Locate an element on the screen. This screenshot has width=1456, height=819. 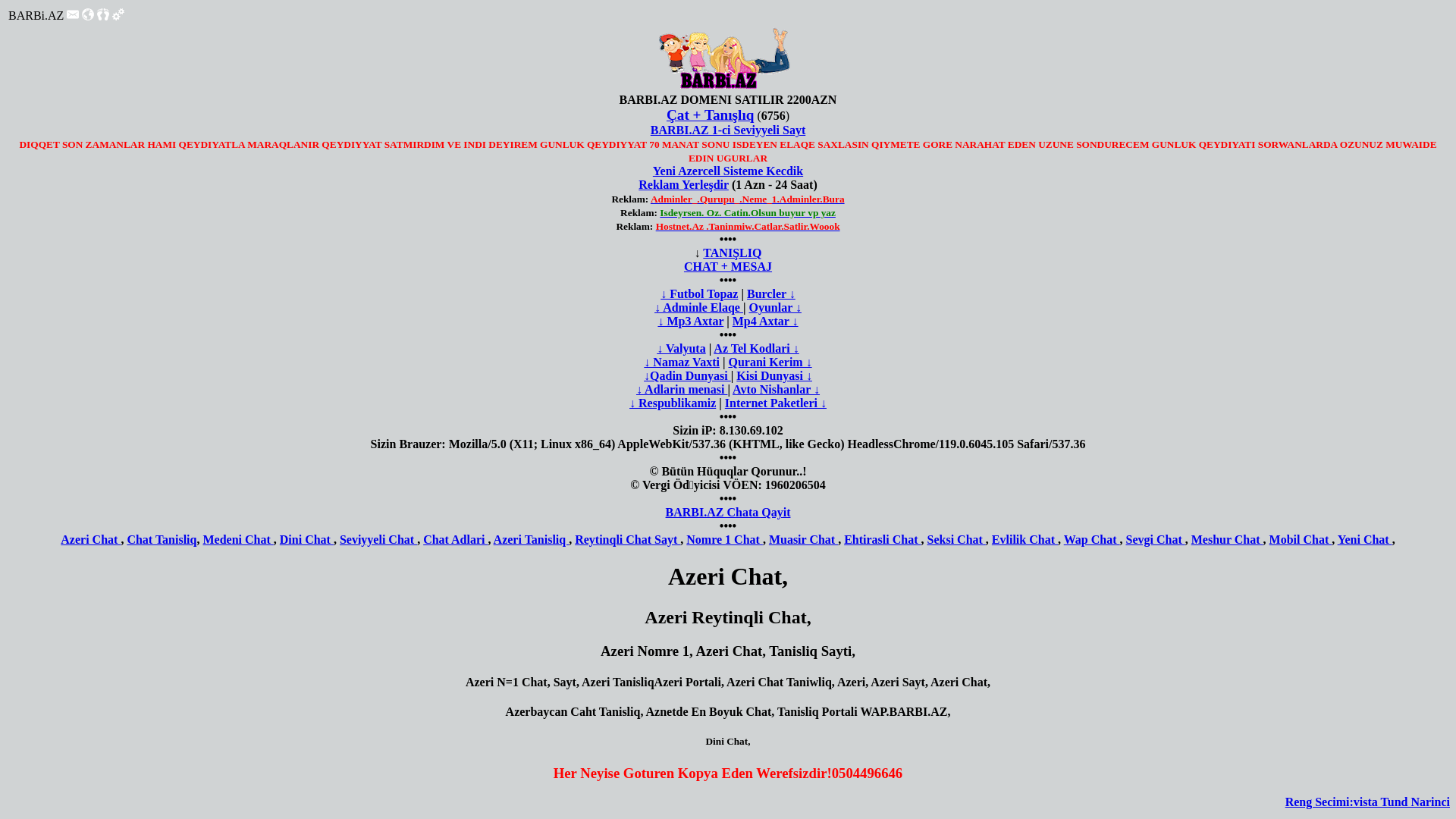
'Adminler_.Qurupu_.Neme_1.Adminler.Bura' is located at coordinates (747, 198).